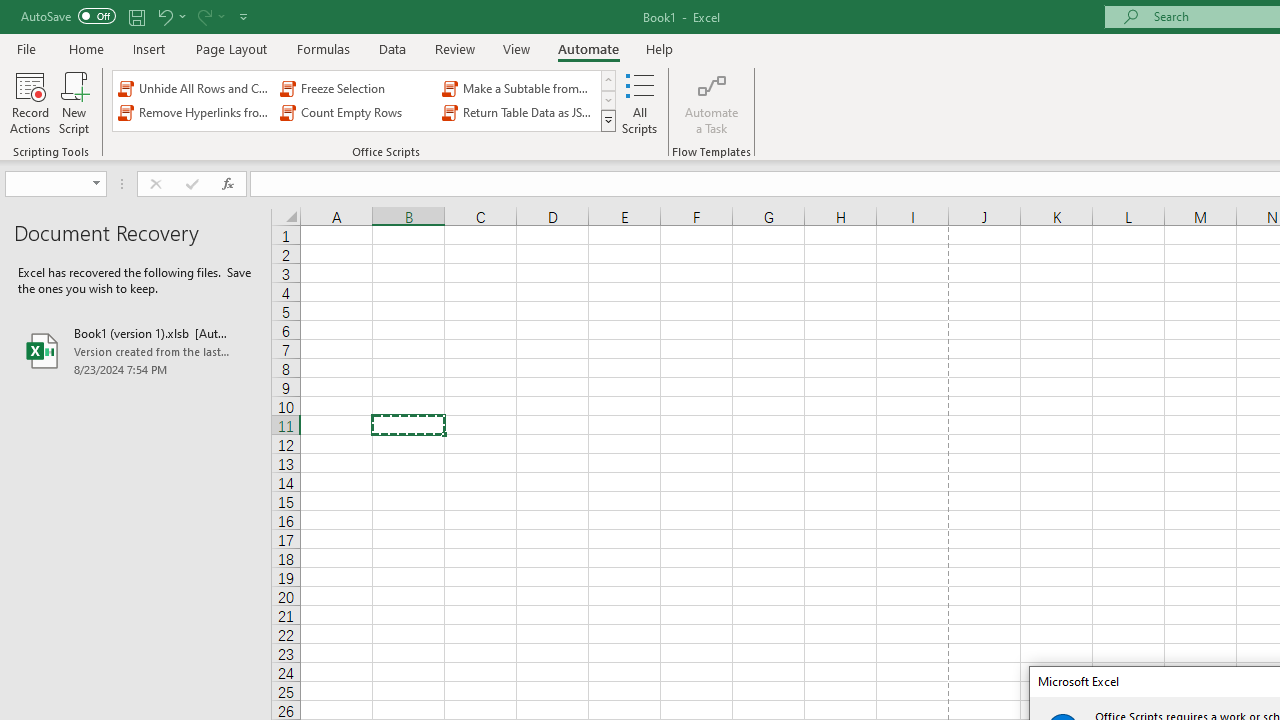  I want to click on 'Freeze Selection', so click(357, 87).